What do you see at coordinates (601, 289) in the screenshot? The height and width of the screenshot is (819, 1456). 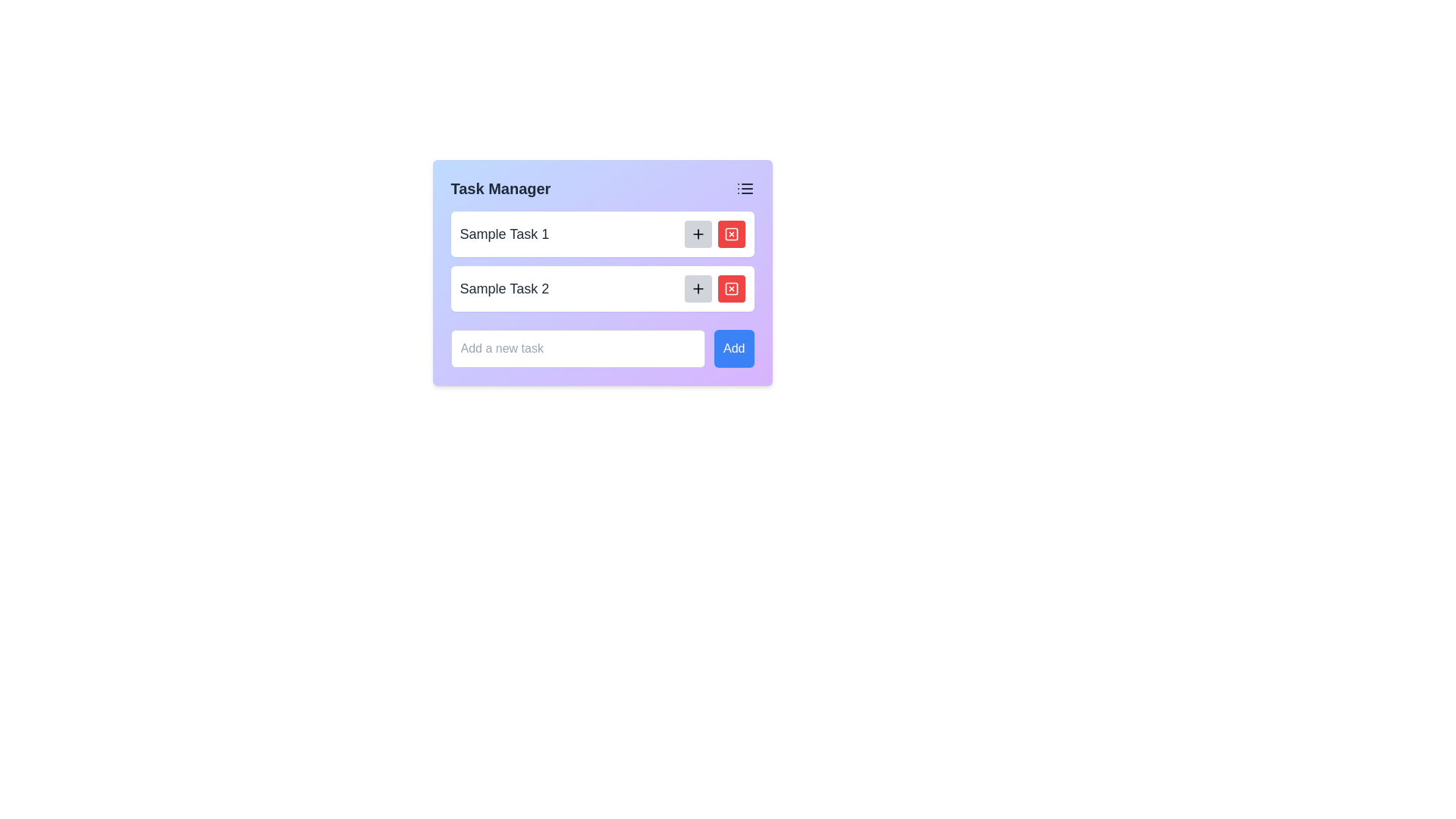 I see `the task preview element that represents a task in the task management interface, located below 'Sample Task 1'` at bounding box center [601, 289].